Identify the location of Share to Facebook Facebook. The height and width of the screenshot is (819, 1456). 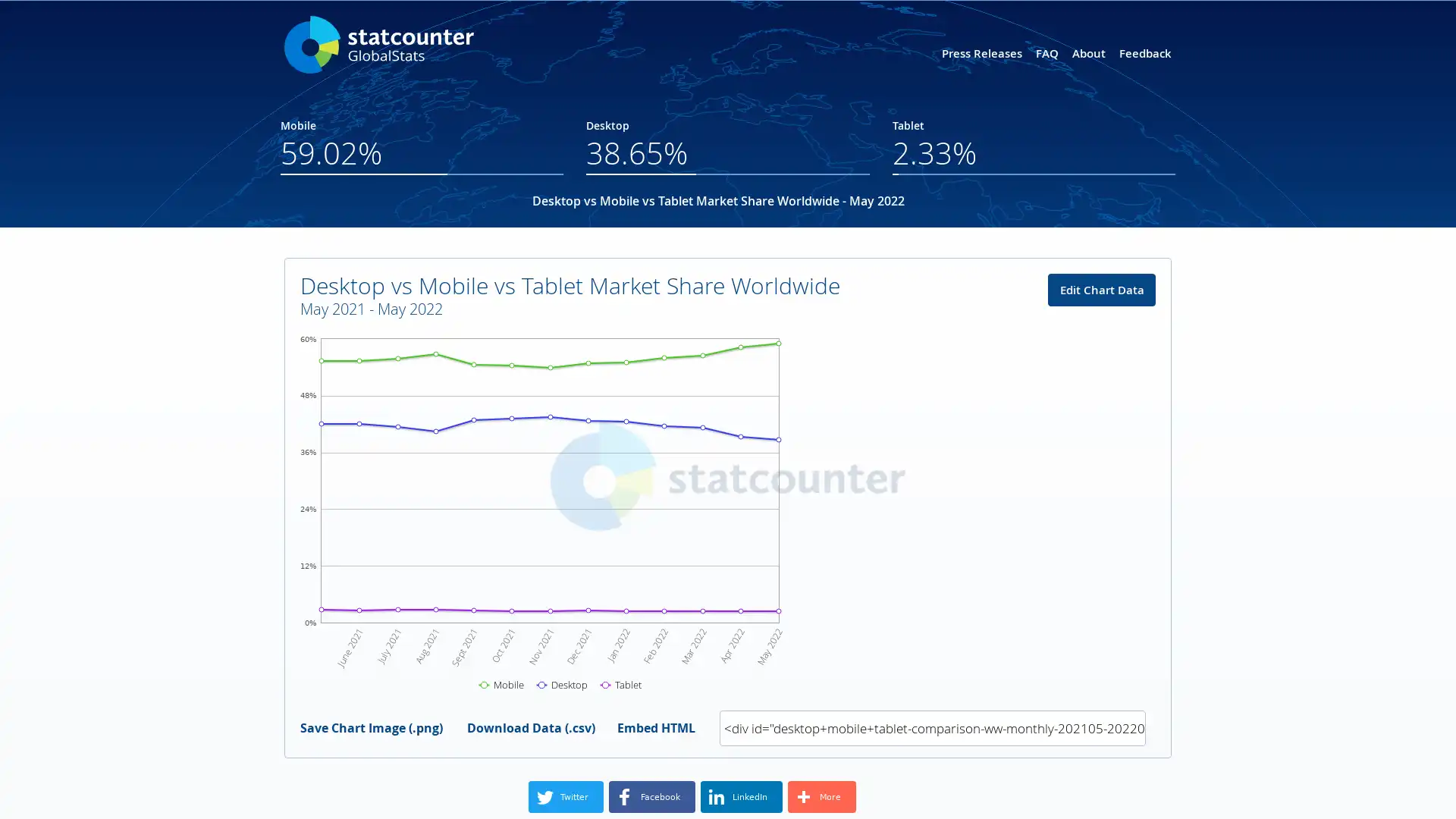
(650, 795).